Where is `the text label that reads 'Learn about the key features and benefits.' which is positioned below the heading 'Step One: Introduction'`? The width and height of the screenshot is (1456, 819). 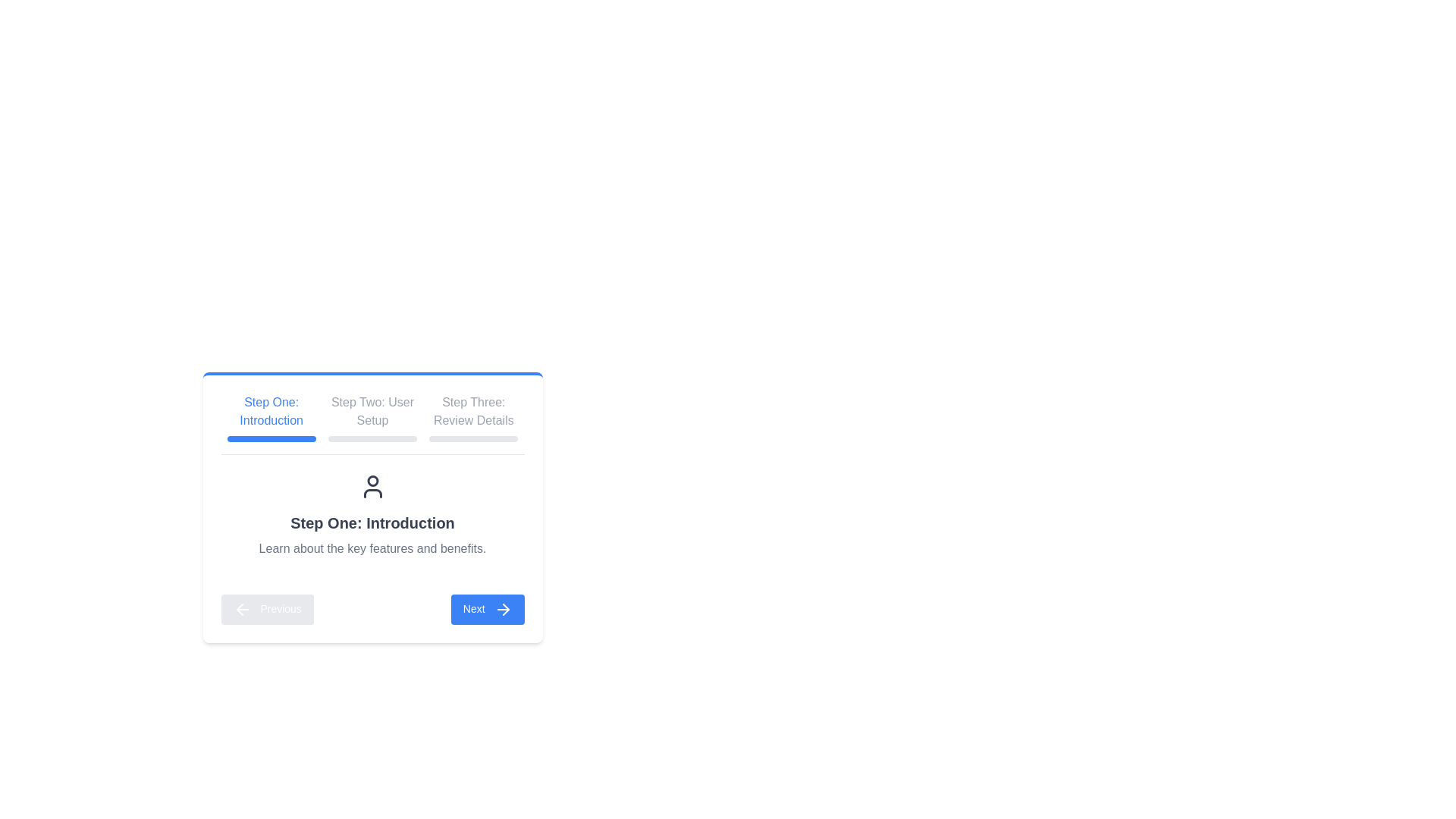 the text label that reads 'Learn about the key features and benefits.' which is positioned below the heading 'Step One: Introduction' is located at coordinates (372, 549).